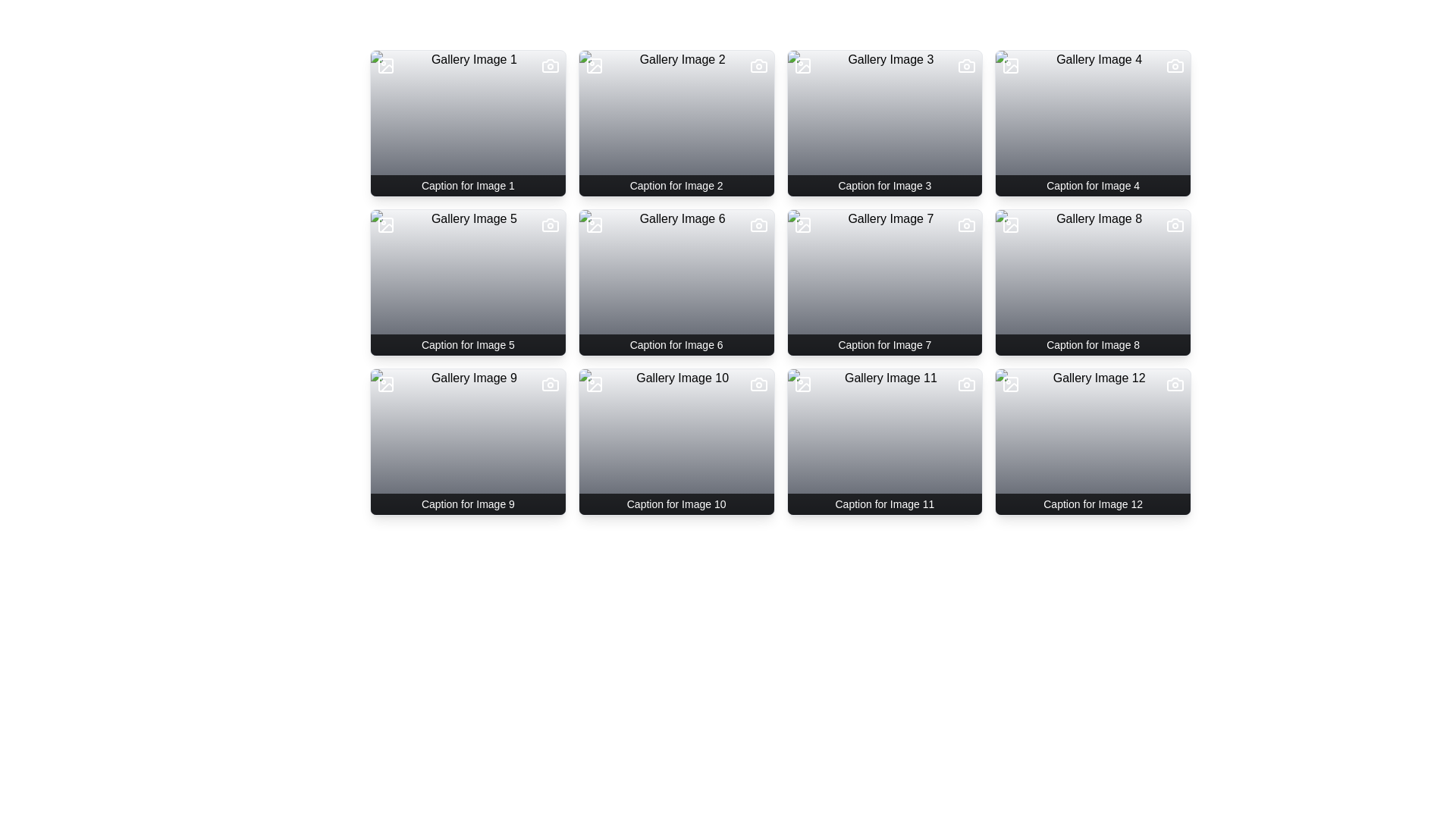 This screenshot has height=819, width=1456. Describe the element at coordinates (758, 225) in the screenshot. I see `the camera icon represented as a white SVG graphic located at the top-right corner of the sixth gallery card in the second row` at that location.